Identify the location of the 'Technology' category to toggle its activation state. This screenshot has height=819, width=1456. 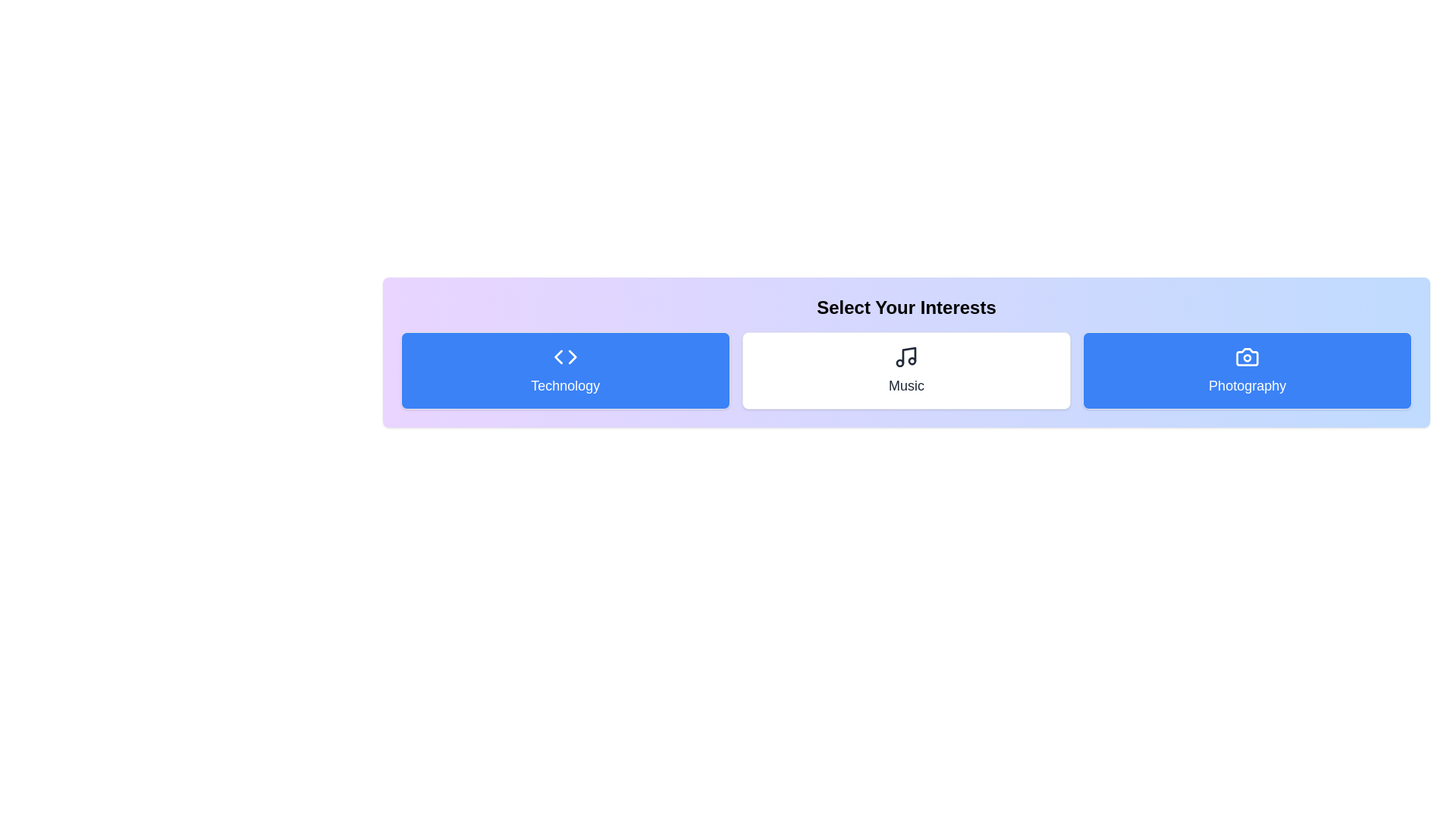
(564, 371).